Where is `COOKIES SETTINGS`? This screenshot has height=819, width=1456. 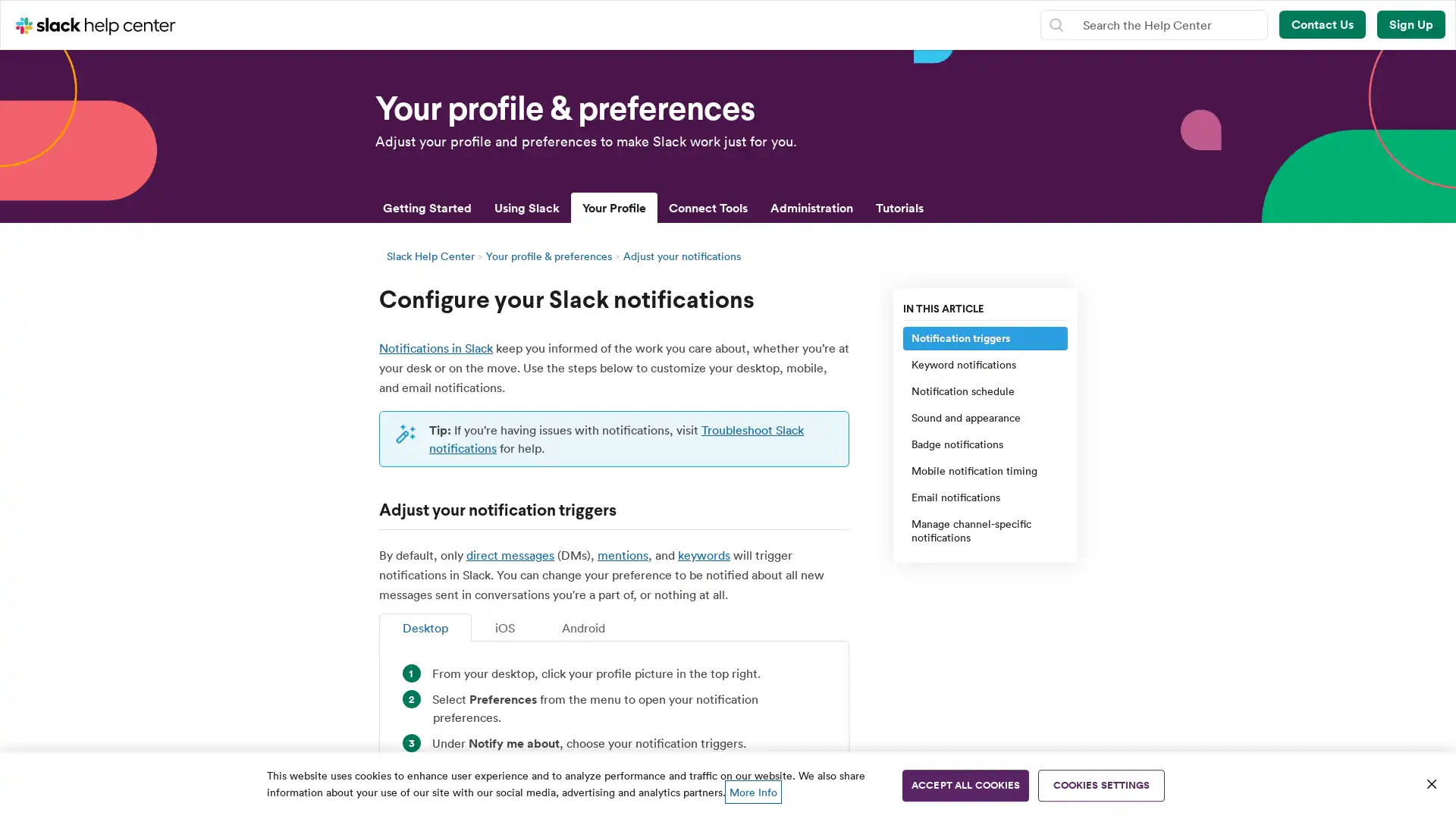 COOKIES SETTINGS is located at coordinates (1101, 785).